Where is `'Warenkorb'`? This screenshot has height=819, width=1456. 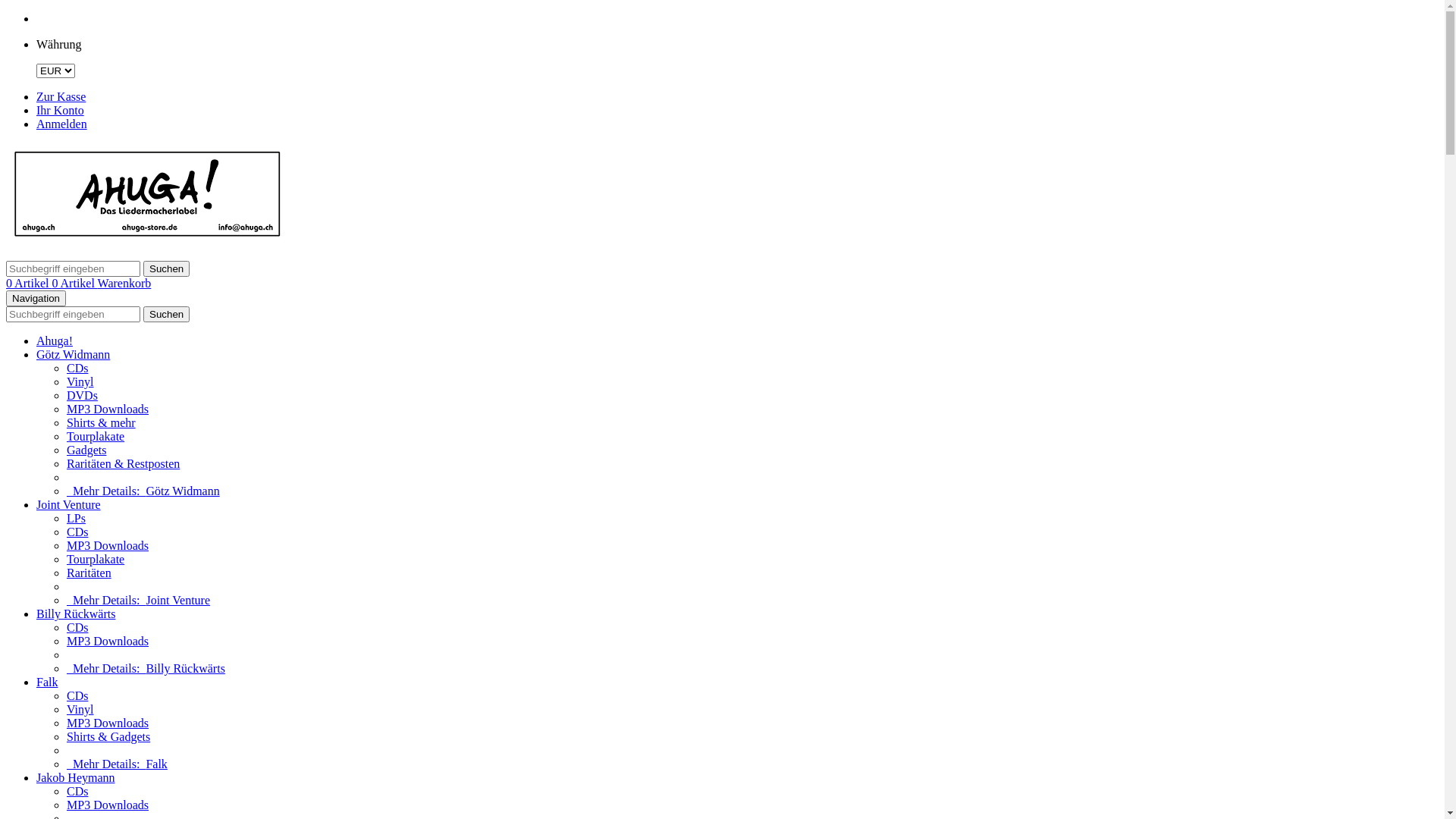
'Warenkorb' is located at coordinates (124, 283).